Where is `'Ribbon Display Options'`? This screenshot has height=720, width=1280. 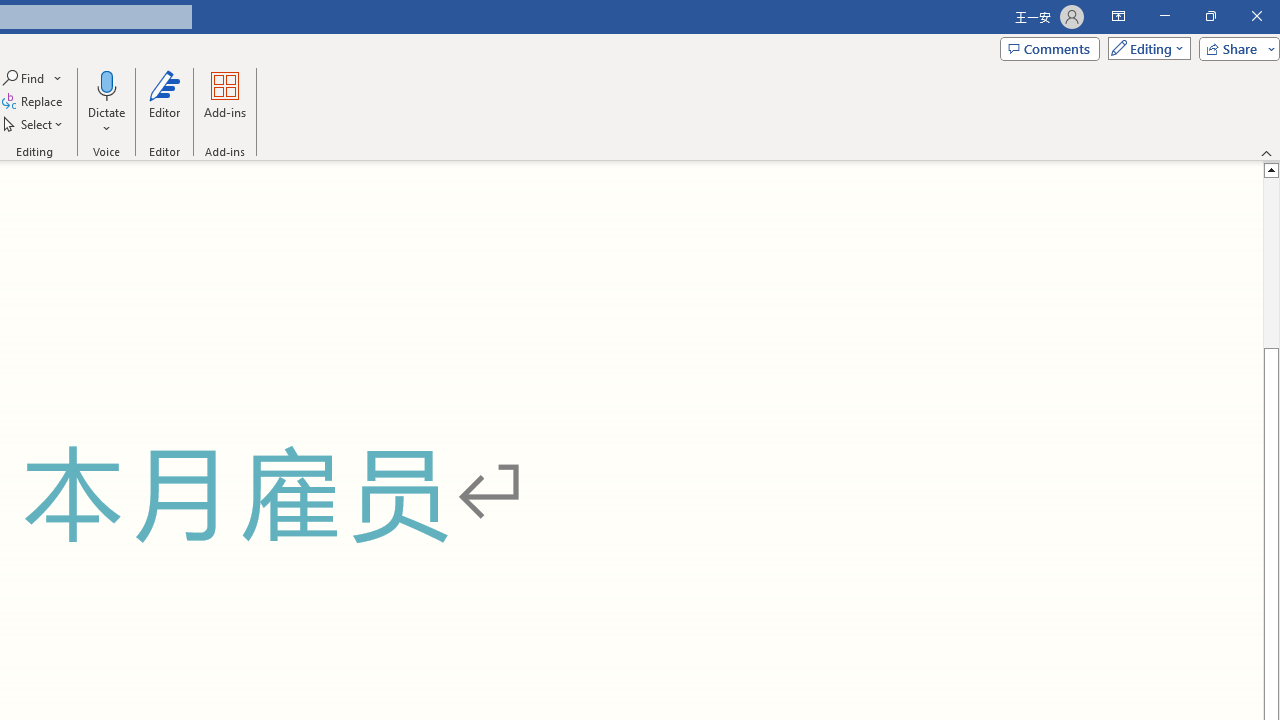
'Ribbon Display Options' is located at coordinates (1117, 16).